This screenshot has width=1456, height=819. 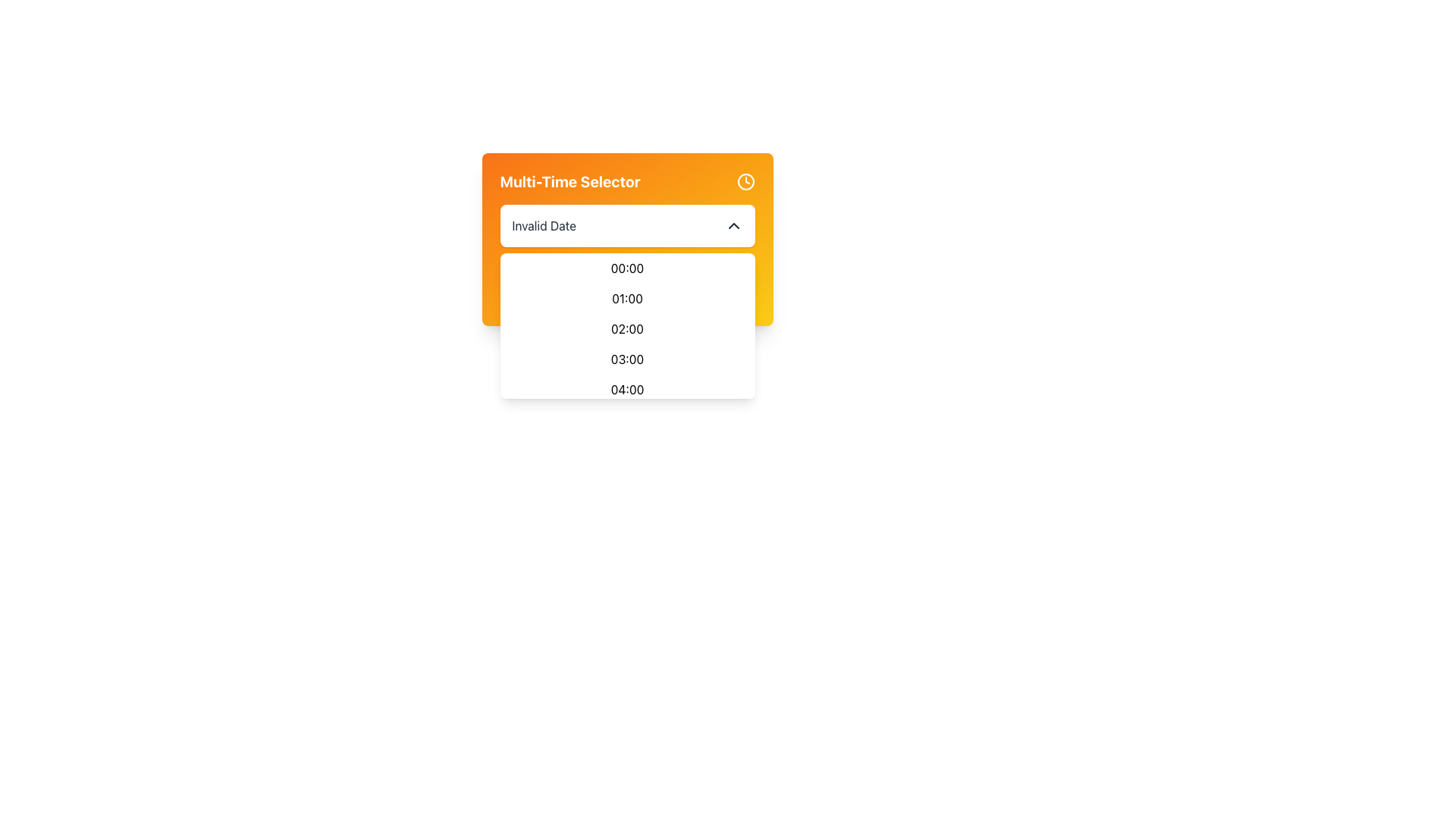 What do you see at coordinates (570, 180) in the screenshot?
I see `the Text Label that acts as the title or header for the associated card, located at the top-center of the UI card, with a clock icon adjacent to it` at bounding box center [570, 180].